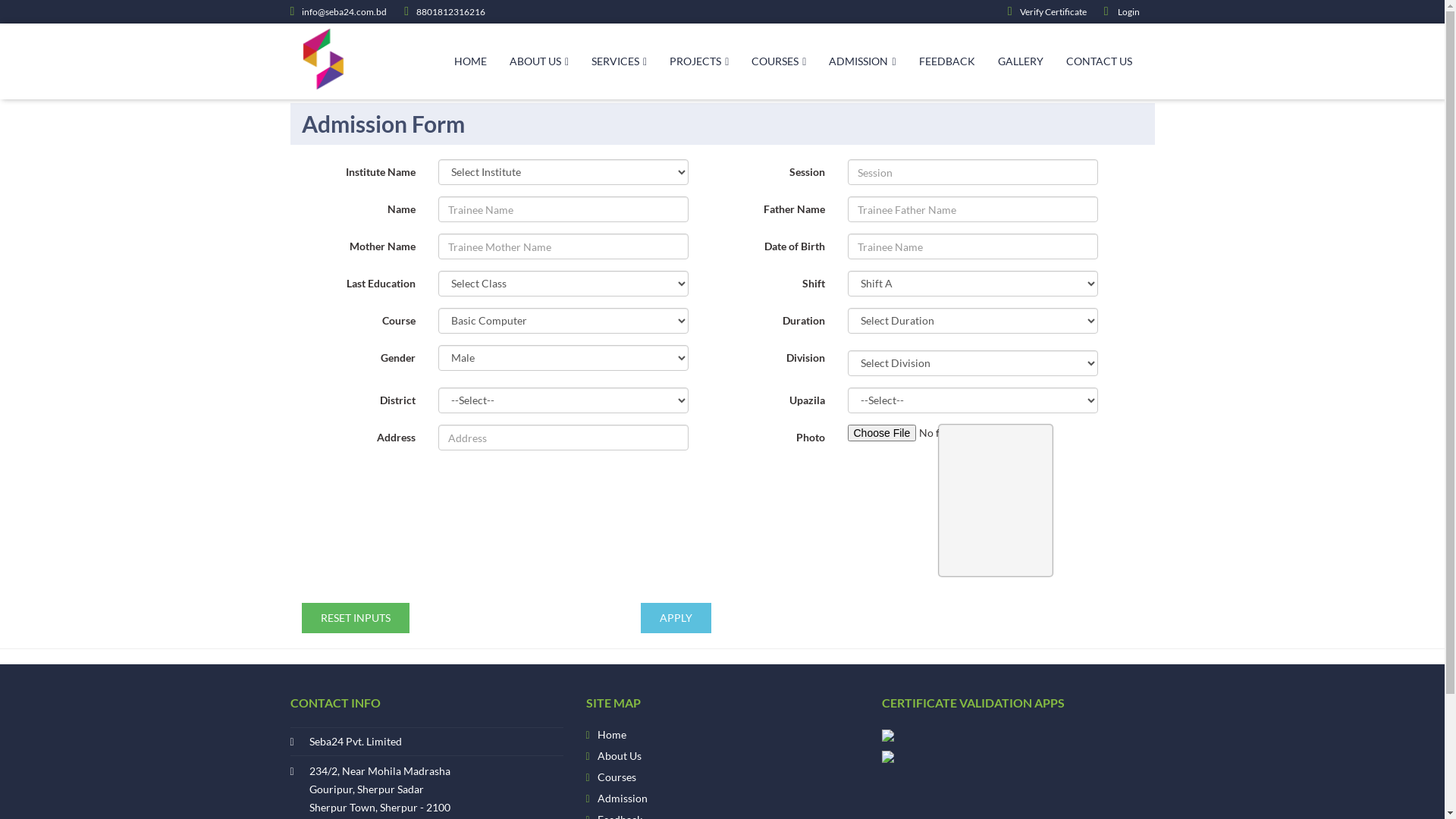 The height and width of the screenshot is (819, 1456). Describe the element at coordinates (1103, 11) in the screenshot. I see `'Login'` at that location.